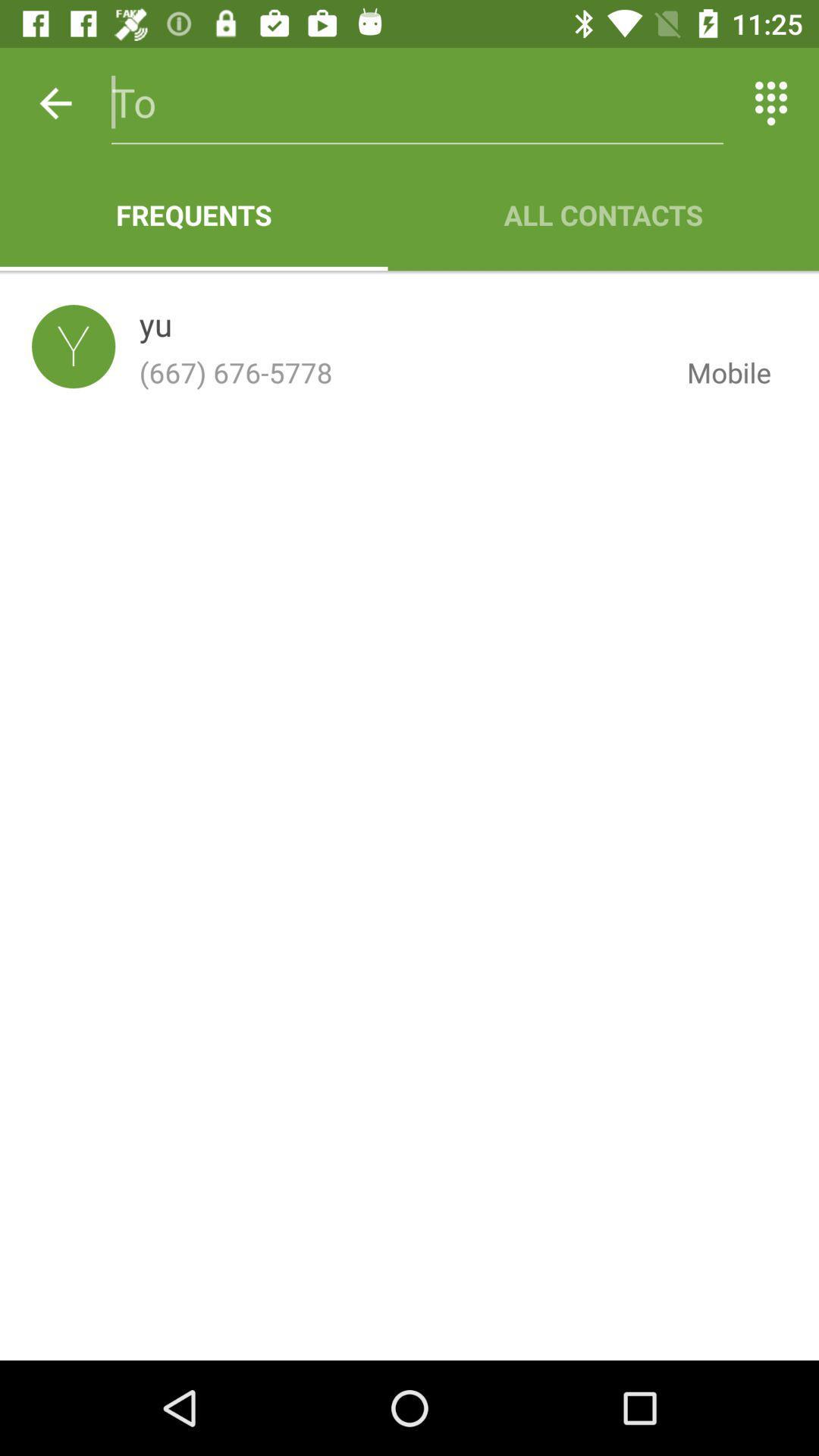 The width and height of the screenshot is (819, 1456). Describe the element at coordinates (717, 372) in the screenshot. I see `the mobile item` at that location.